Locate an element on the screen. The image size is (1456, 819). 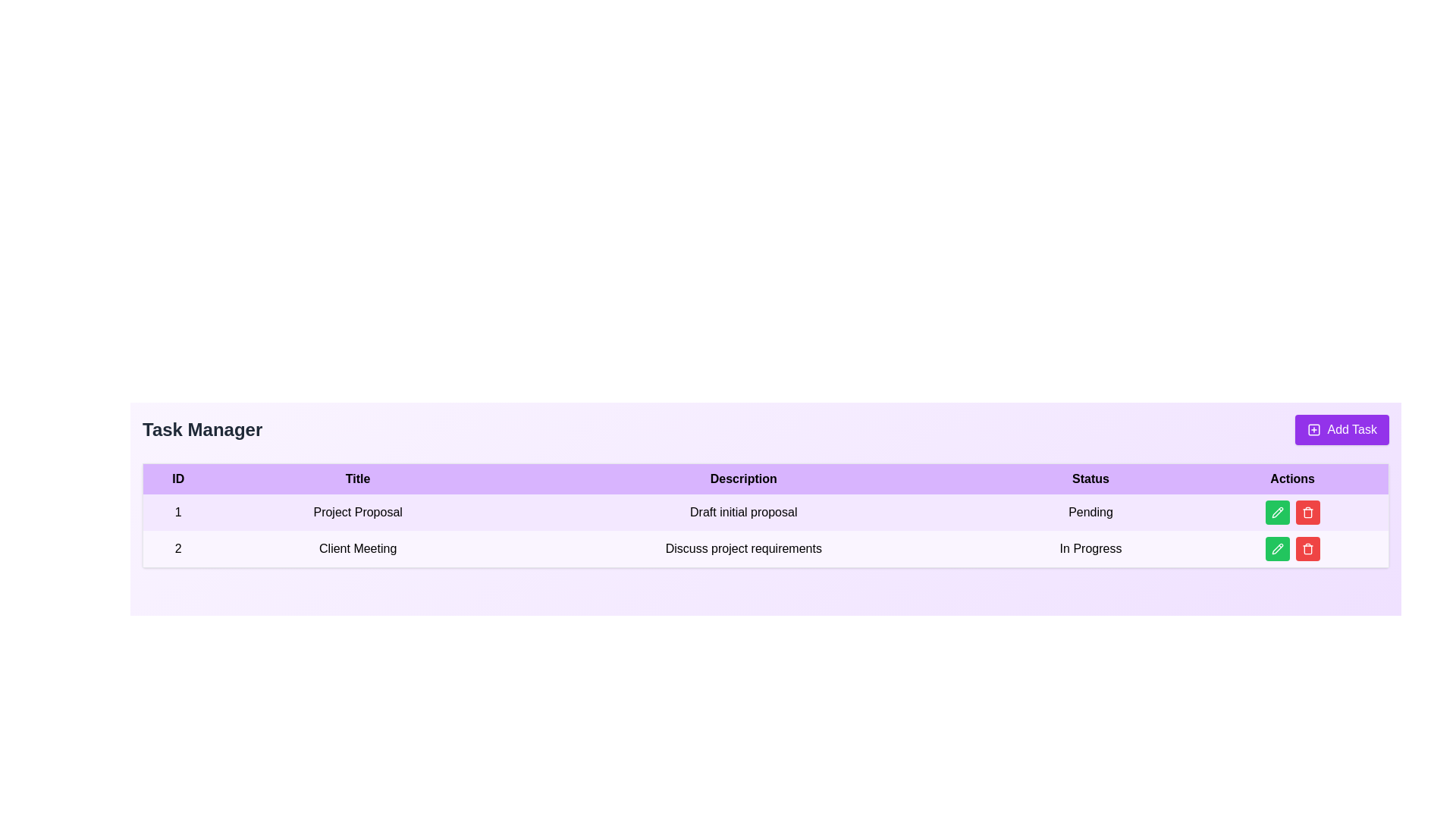
the static text element displaying the number '1' in the ID column of the first row of the table is located at coordinates (178, 512).